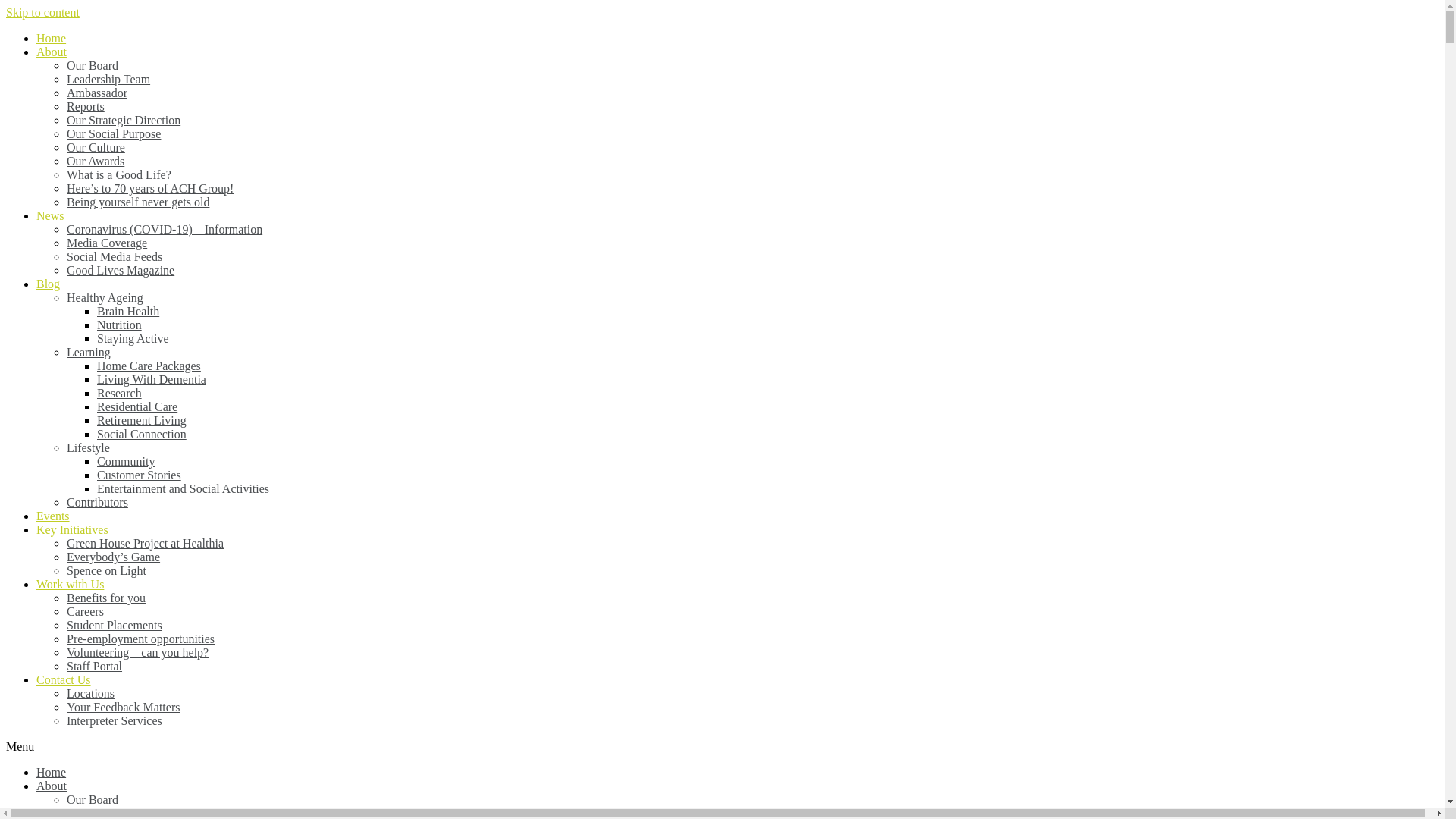 The image size is (1456, 819). What do you see at coordinates (53, 515) in the screenshot?
I see `'Events'` at bounding box center [53, 515].